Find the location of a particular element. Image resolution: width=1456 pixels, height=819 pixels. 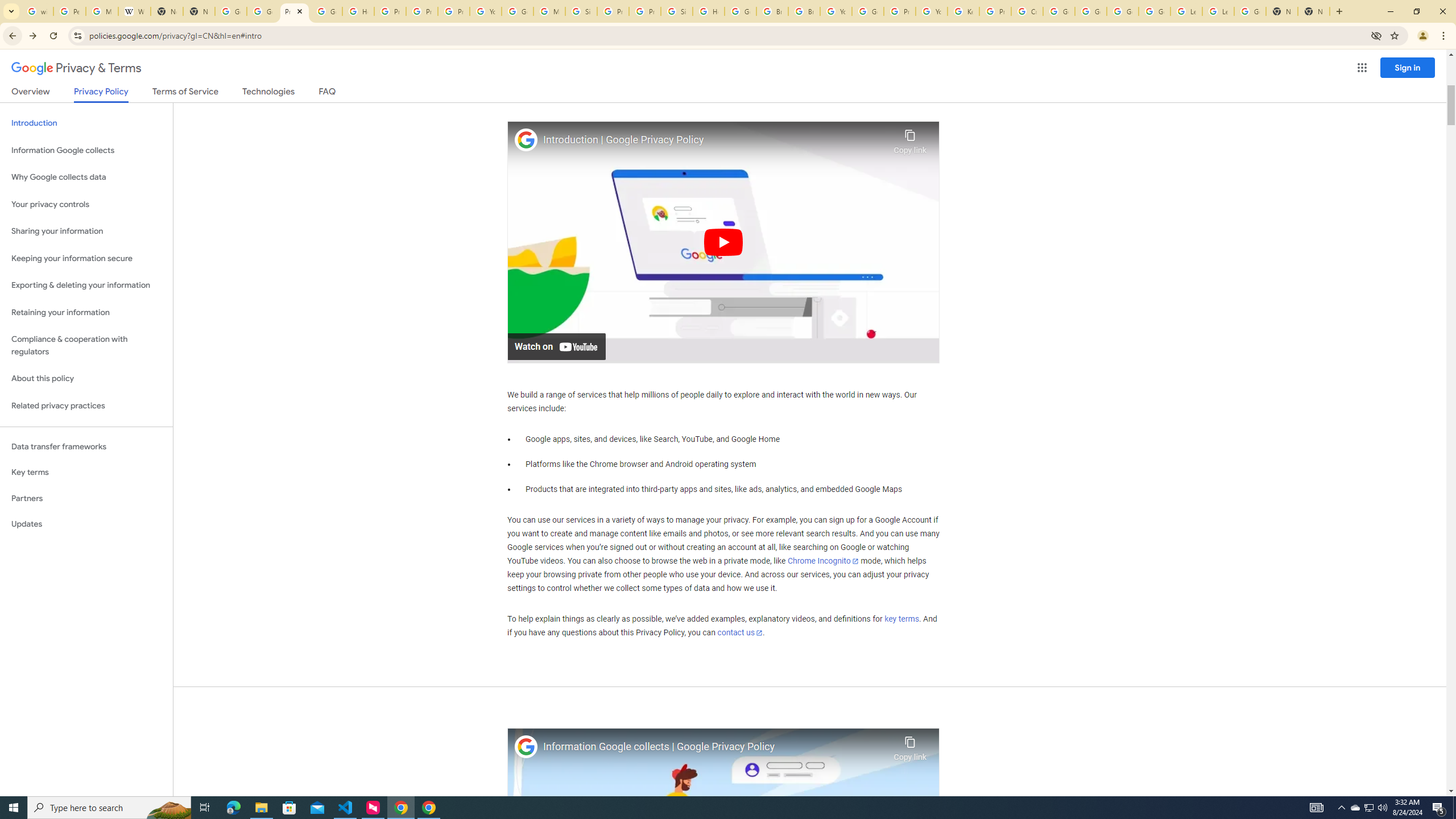

'Photo image of Google' is located at coordinates (526, 747).